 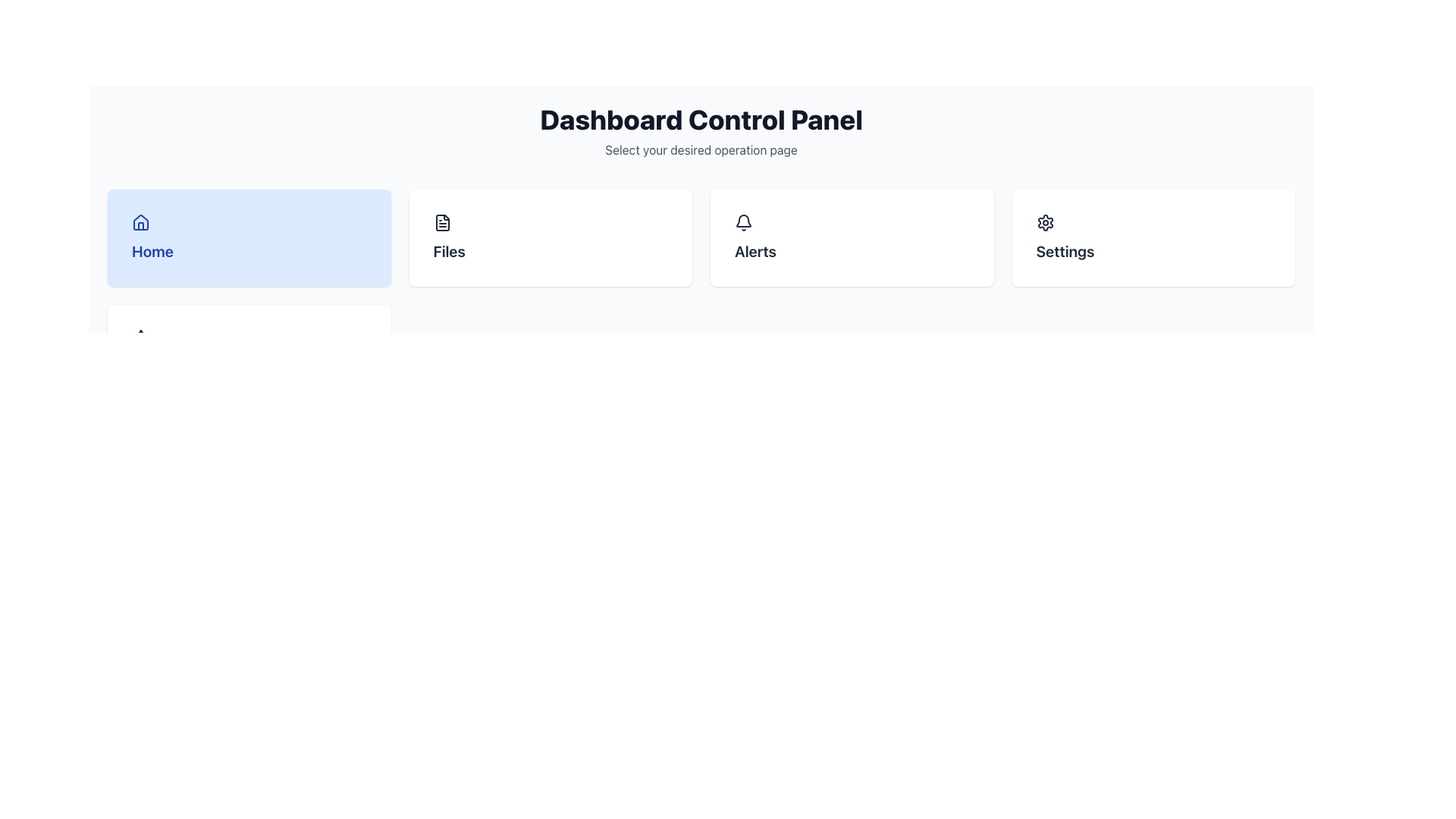 I want to click on the 'Home' SVG icon located in the top-left quadrant of the navigation panel, so click(x=141, y=222).